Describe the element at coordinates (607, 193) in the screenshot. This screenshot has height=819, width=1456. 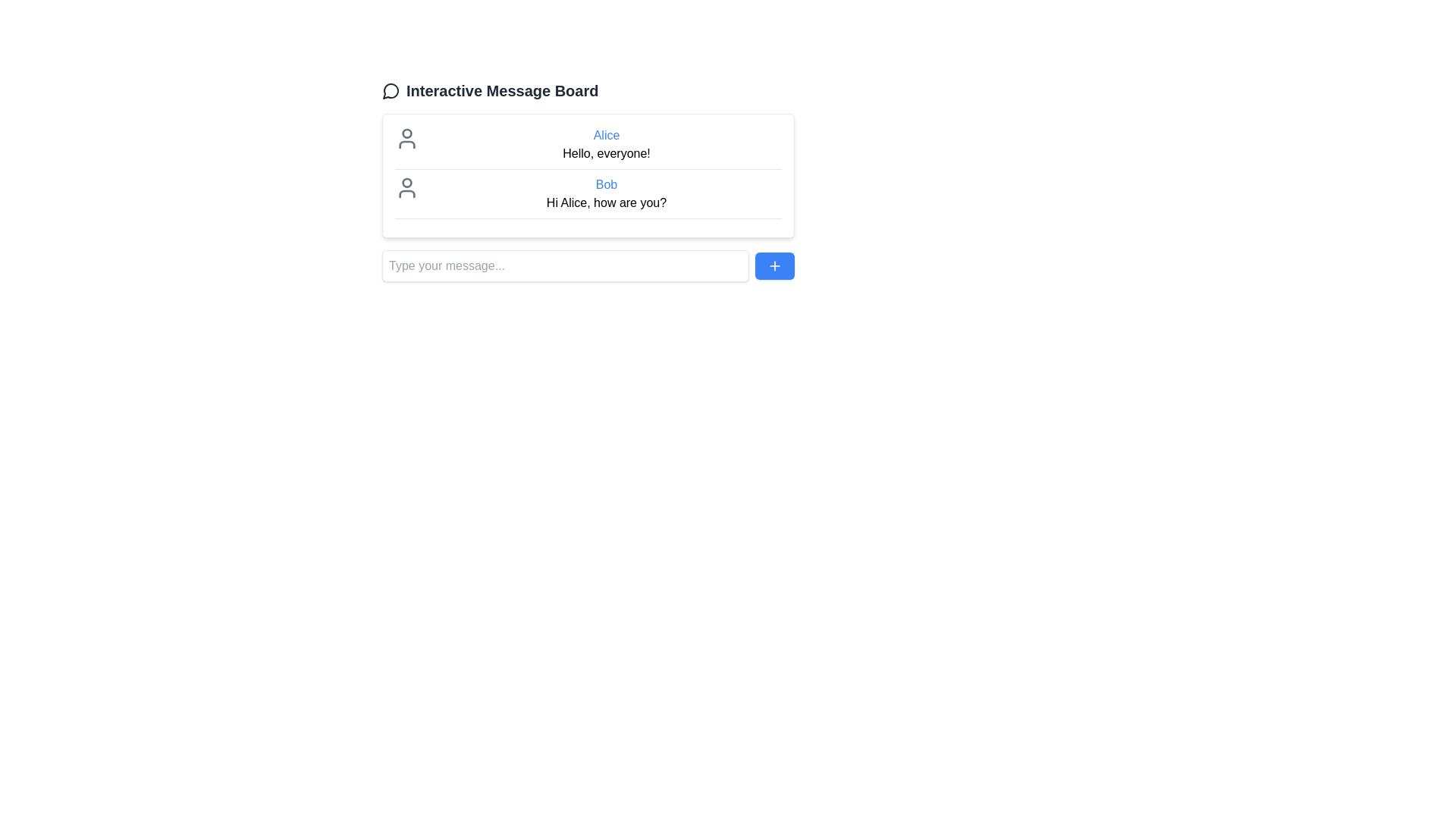
I see `the username 'Bob' in the chat message item` at that location.